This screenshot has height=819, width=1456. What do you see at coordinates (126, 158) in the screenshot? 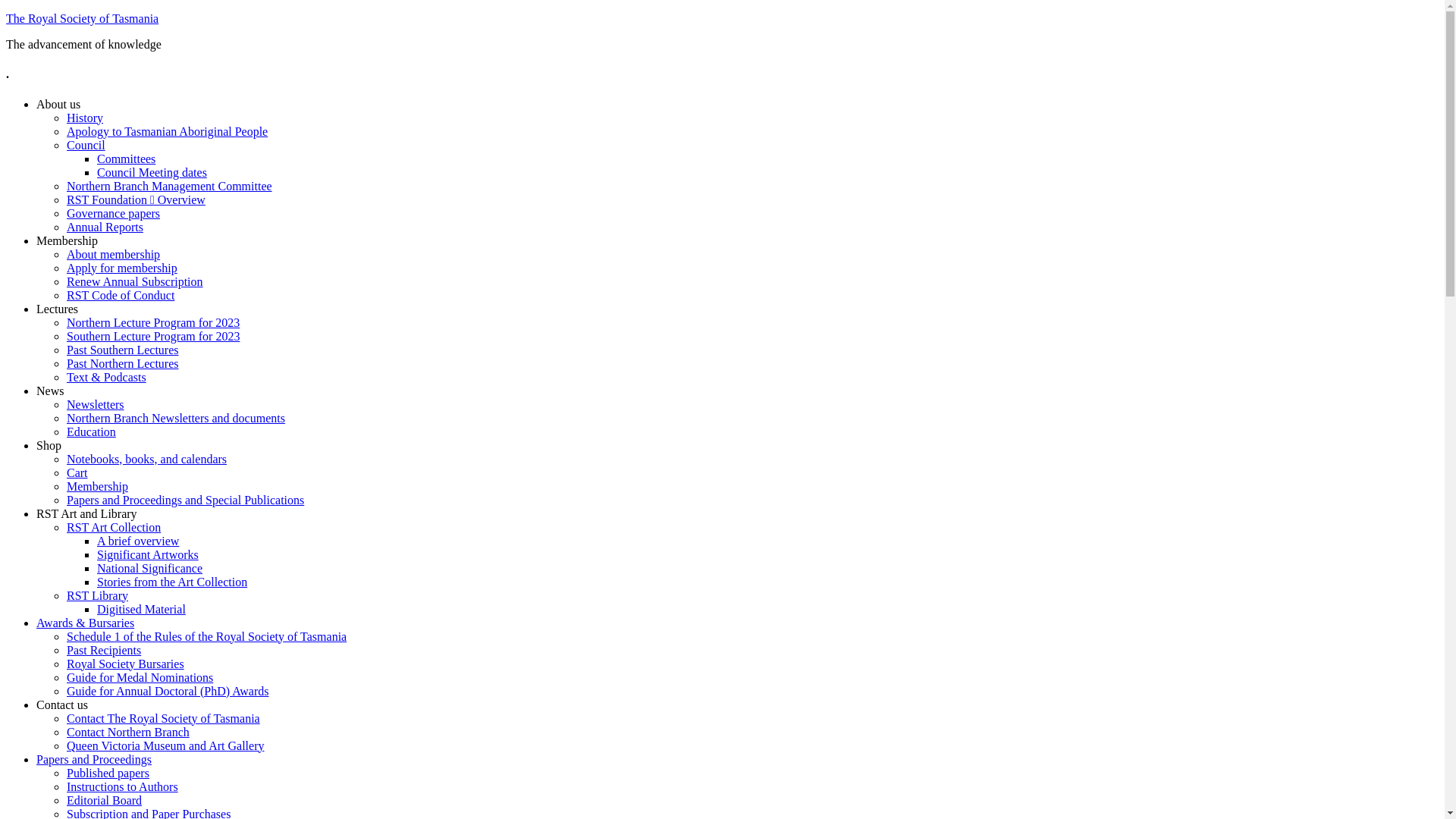
I see `'Committees'` at bounding box center [126, 158].